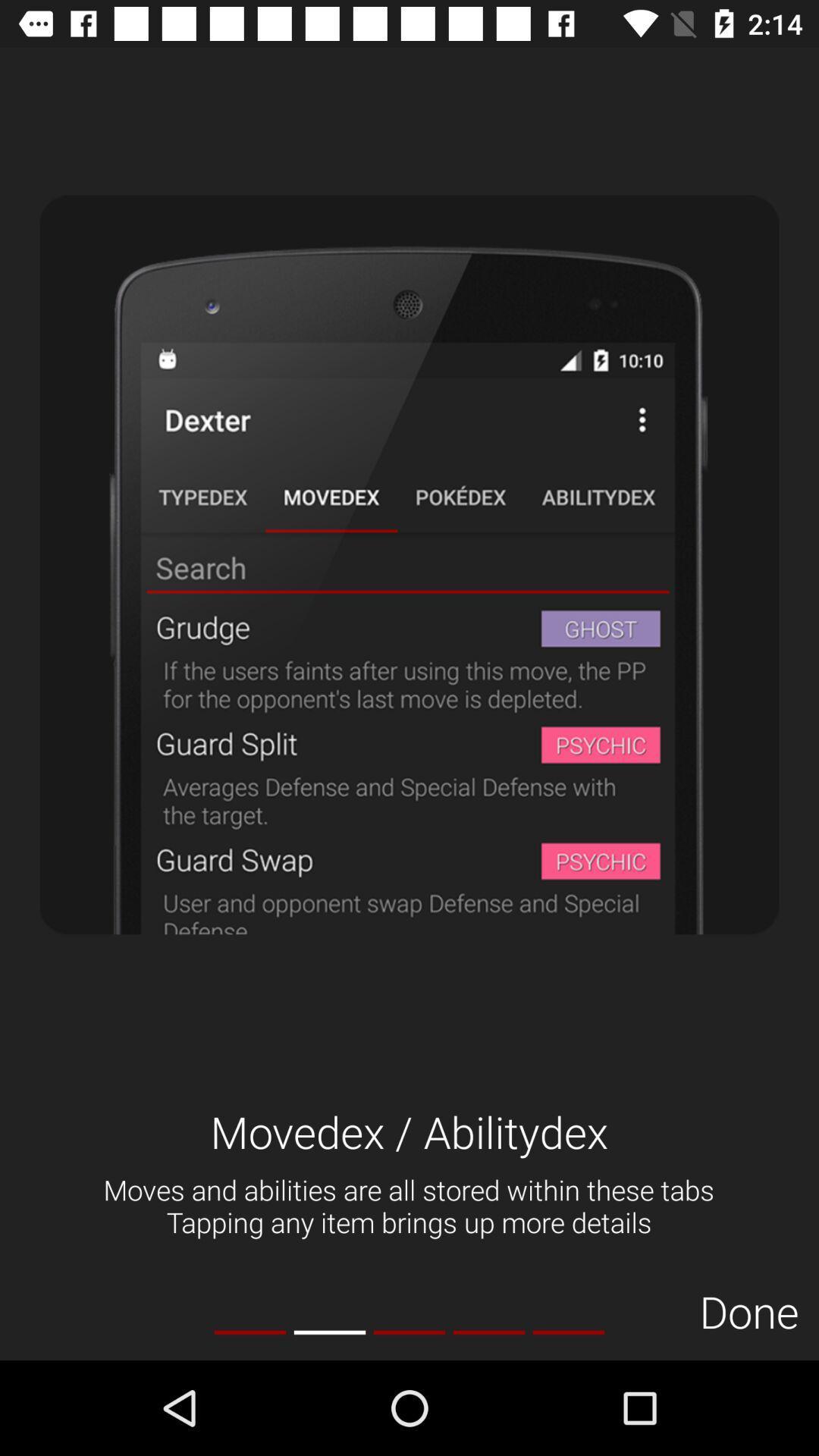 The height and width of the screenshot is (1456, 819). What do you see at coordinates (568, 1332) in the screenshot?
I see `the icon next to done icon` at bounding box center [568, 1332].